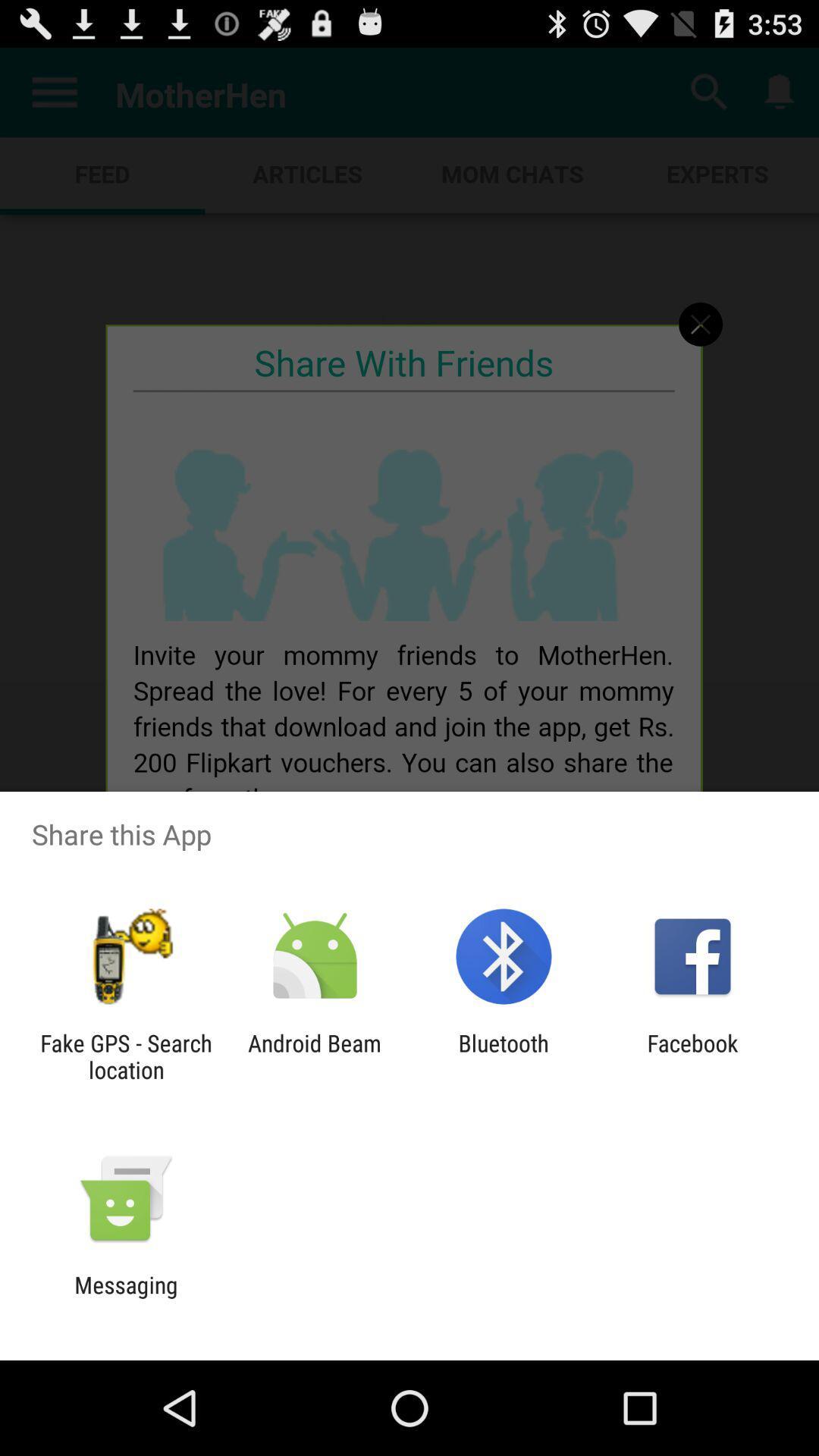 Image resolution: width=819 pixels, height=1456 pixels. I want to click on item next to the bluetooth item, so click(314, 1056).